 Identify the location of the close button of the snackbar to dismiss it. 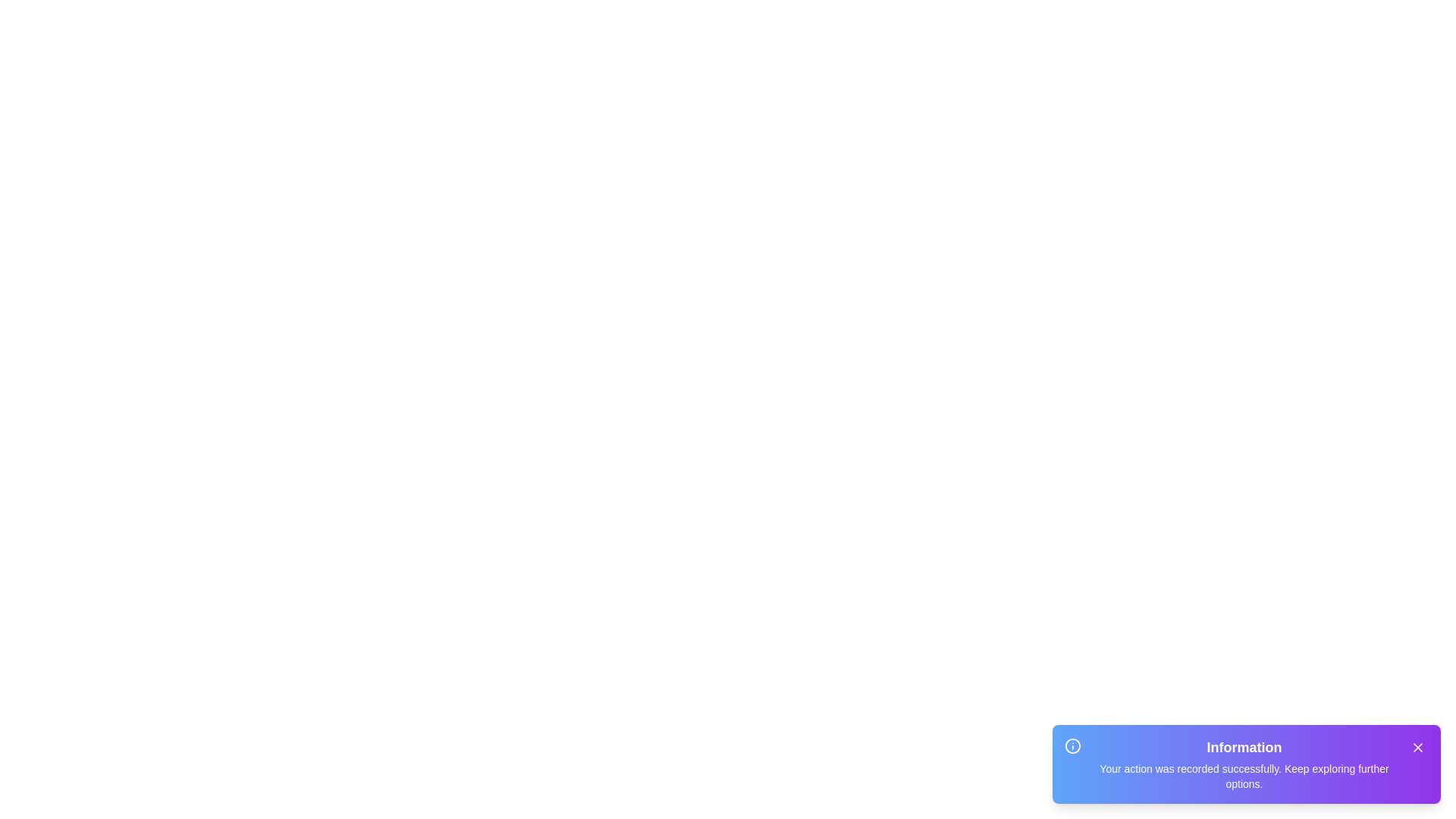
(1417, 747).